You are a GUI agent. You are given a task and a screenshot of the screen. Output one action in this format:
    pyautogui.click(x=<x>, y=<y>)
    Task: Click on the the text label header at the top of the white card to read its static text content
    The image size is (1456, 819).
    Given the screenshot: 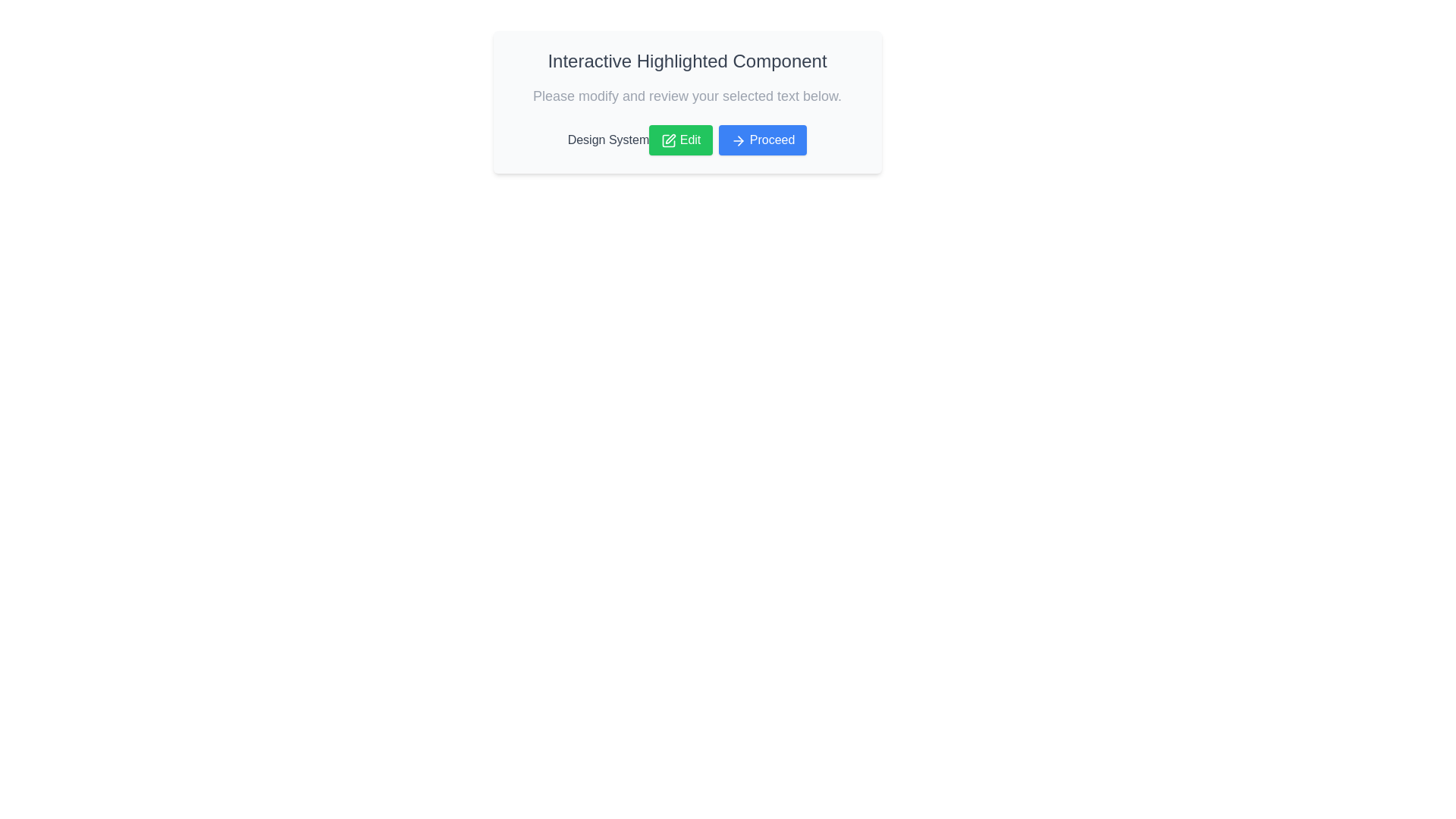 What is the action you would take?
    pyautogui.click(x=686, y=61)
    